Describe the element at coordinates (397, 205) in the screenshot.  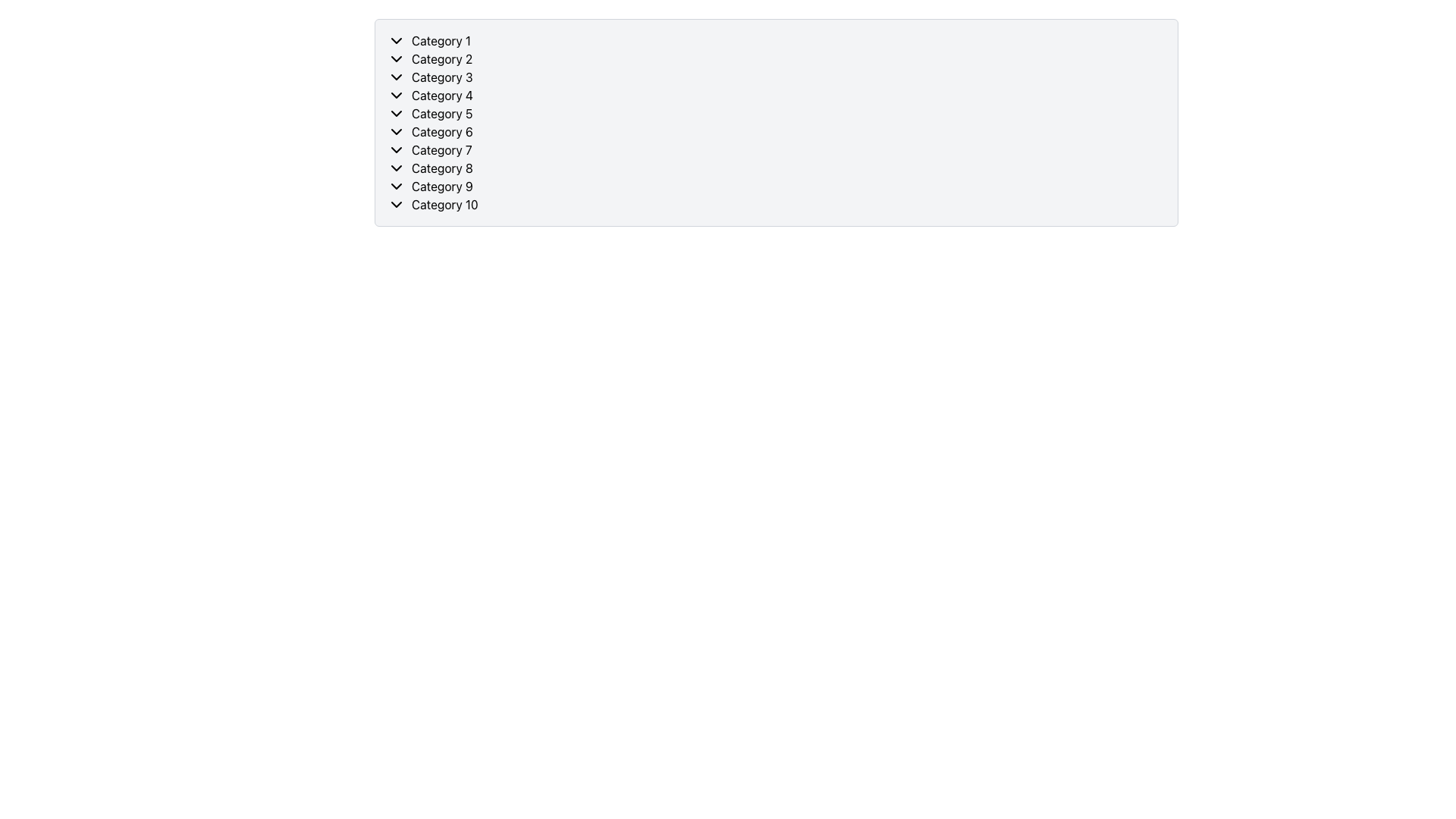
I see `the downward-pointing chevron icon next to the 'Category 10' label` at that location.